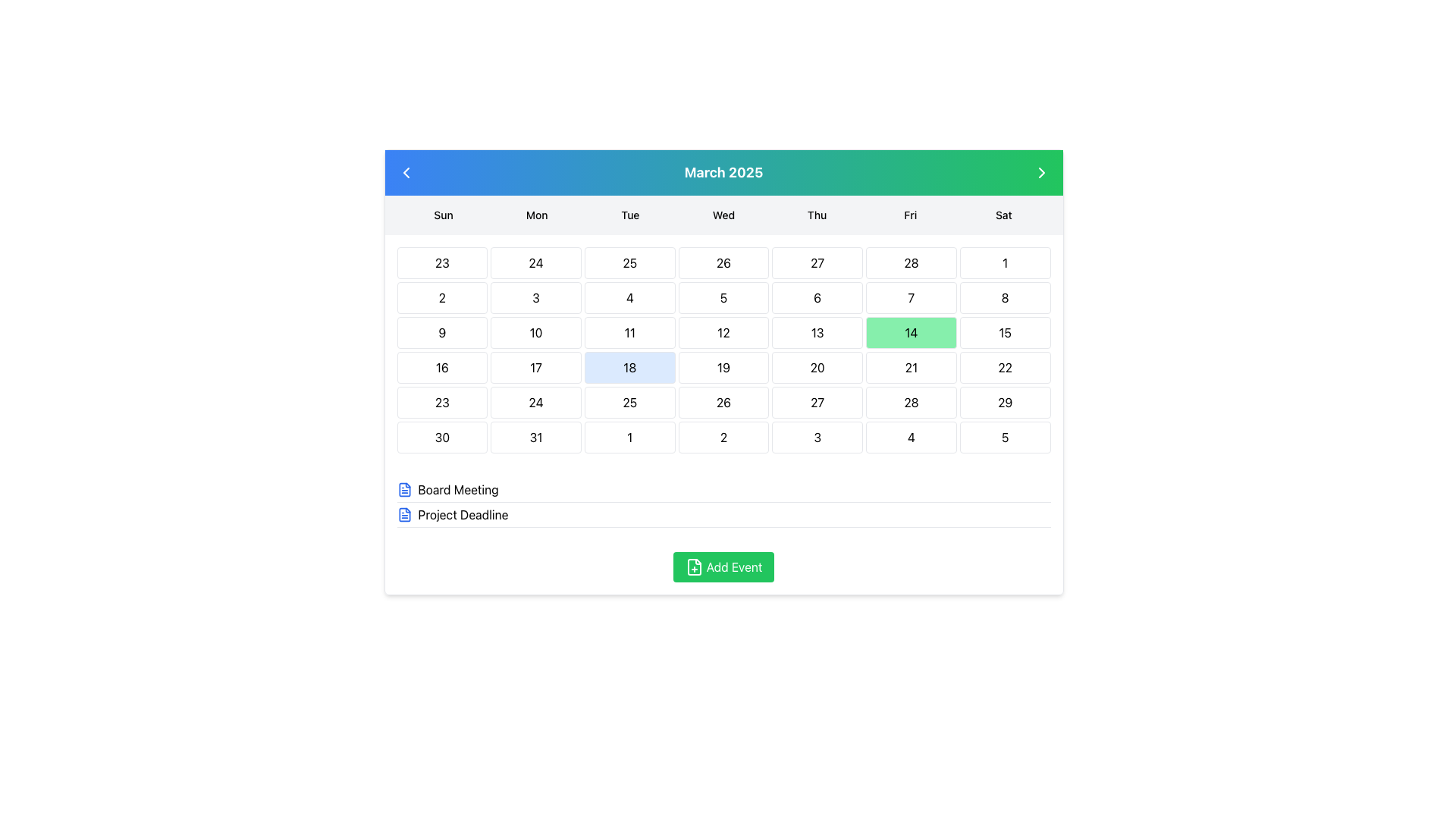 This screenshot has width=1456, height=819. Describe the element at coordinates (723, 332) in the screenshot. I see `the interactive calendar date box representing the date '12' in March 2025` at that location.